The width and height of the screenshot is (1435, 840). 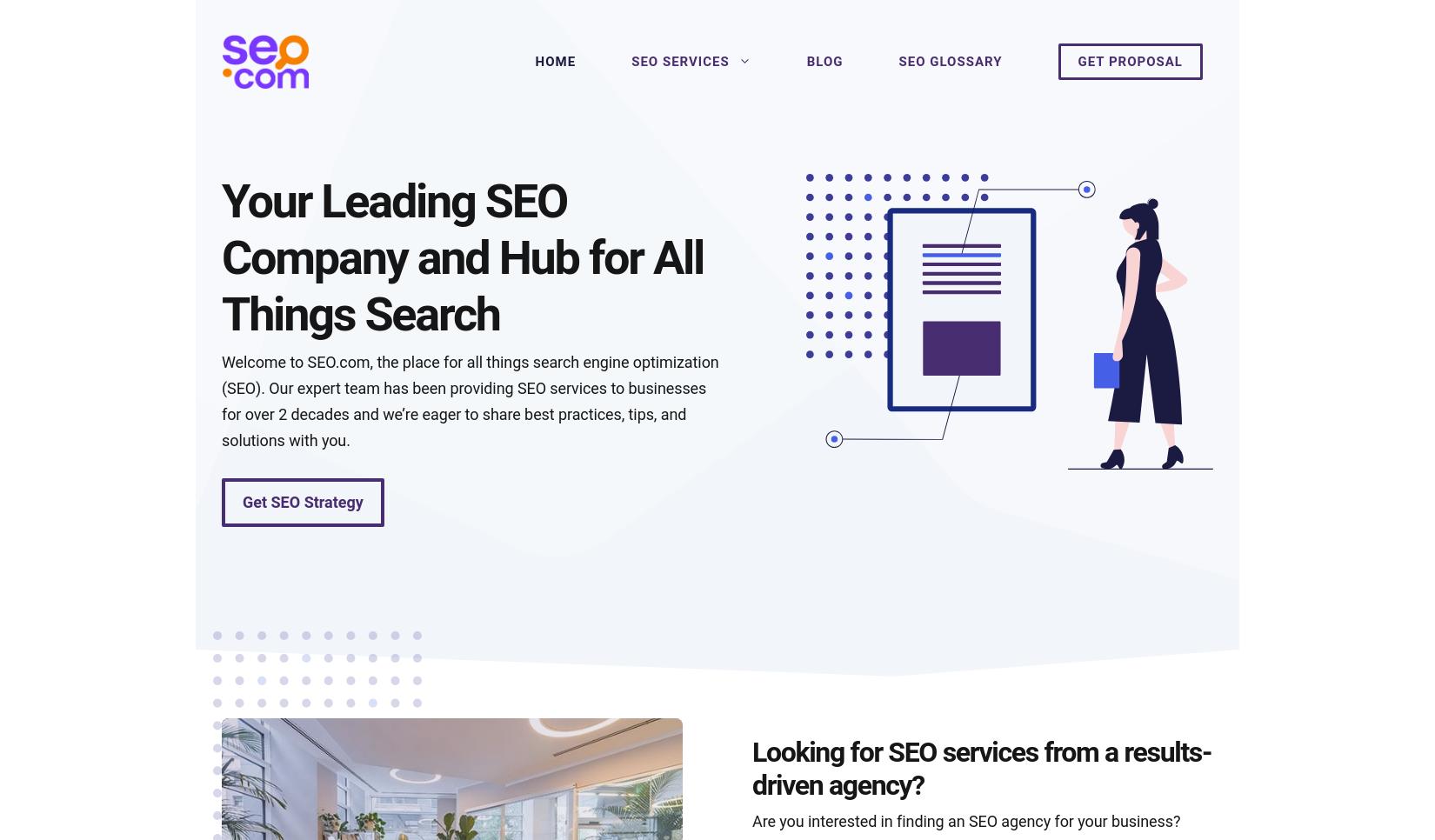 What do you see at coordinates (764, 573) in the screenshot?
I see `'How to create a Google My Business profile'` at bounding box center [764, 573].